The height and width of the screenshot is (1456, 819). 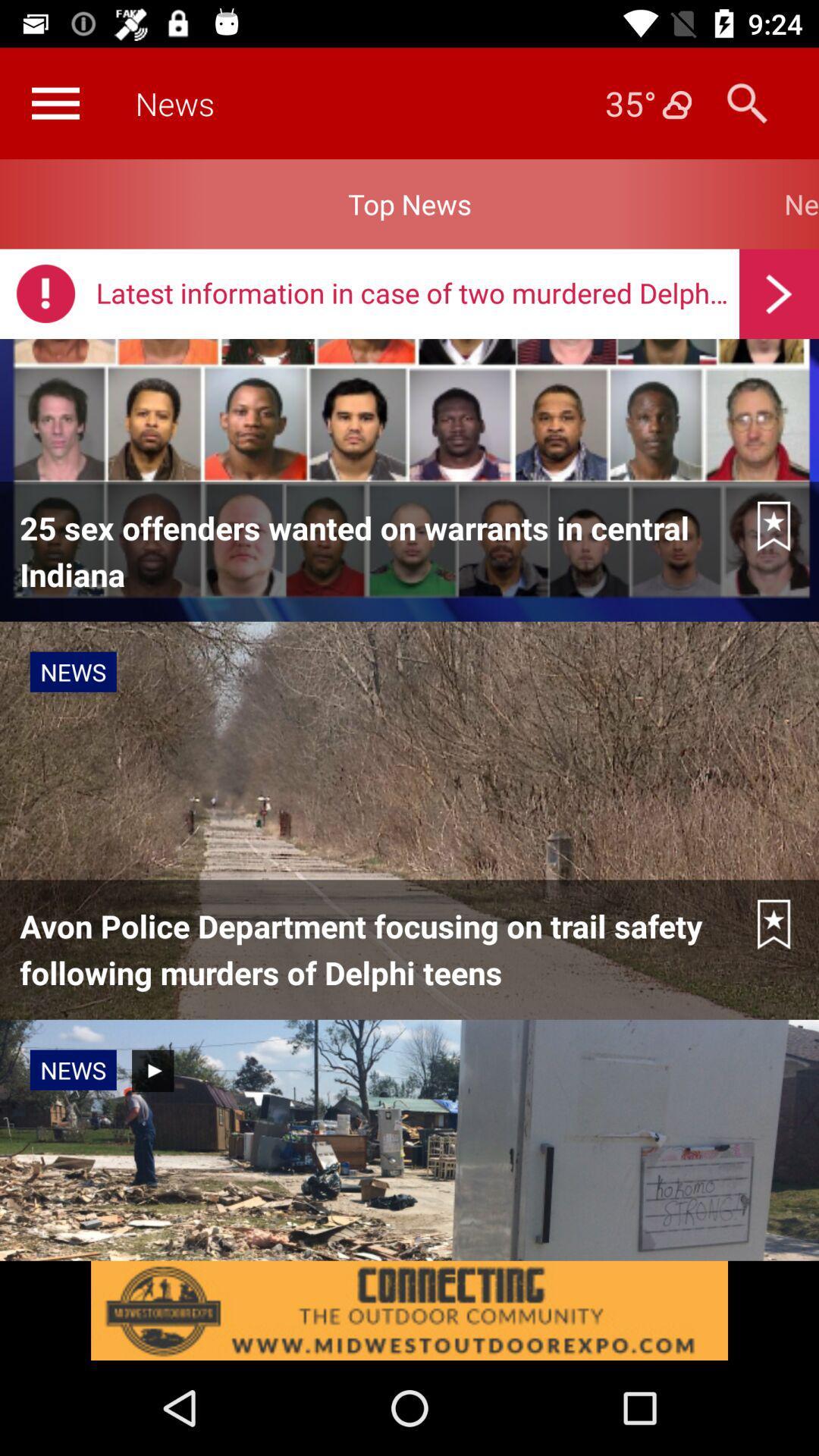 I want to click on the search icon, so click(x=746, y=102).